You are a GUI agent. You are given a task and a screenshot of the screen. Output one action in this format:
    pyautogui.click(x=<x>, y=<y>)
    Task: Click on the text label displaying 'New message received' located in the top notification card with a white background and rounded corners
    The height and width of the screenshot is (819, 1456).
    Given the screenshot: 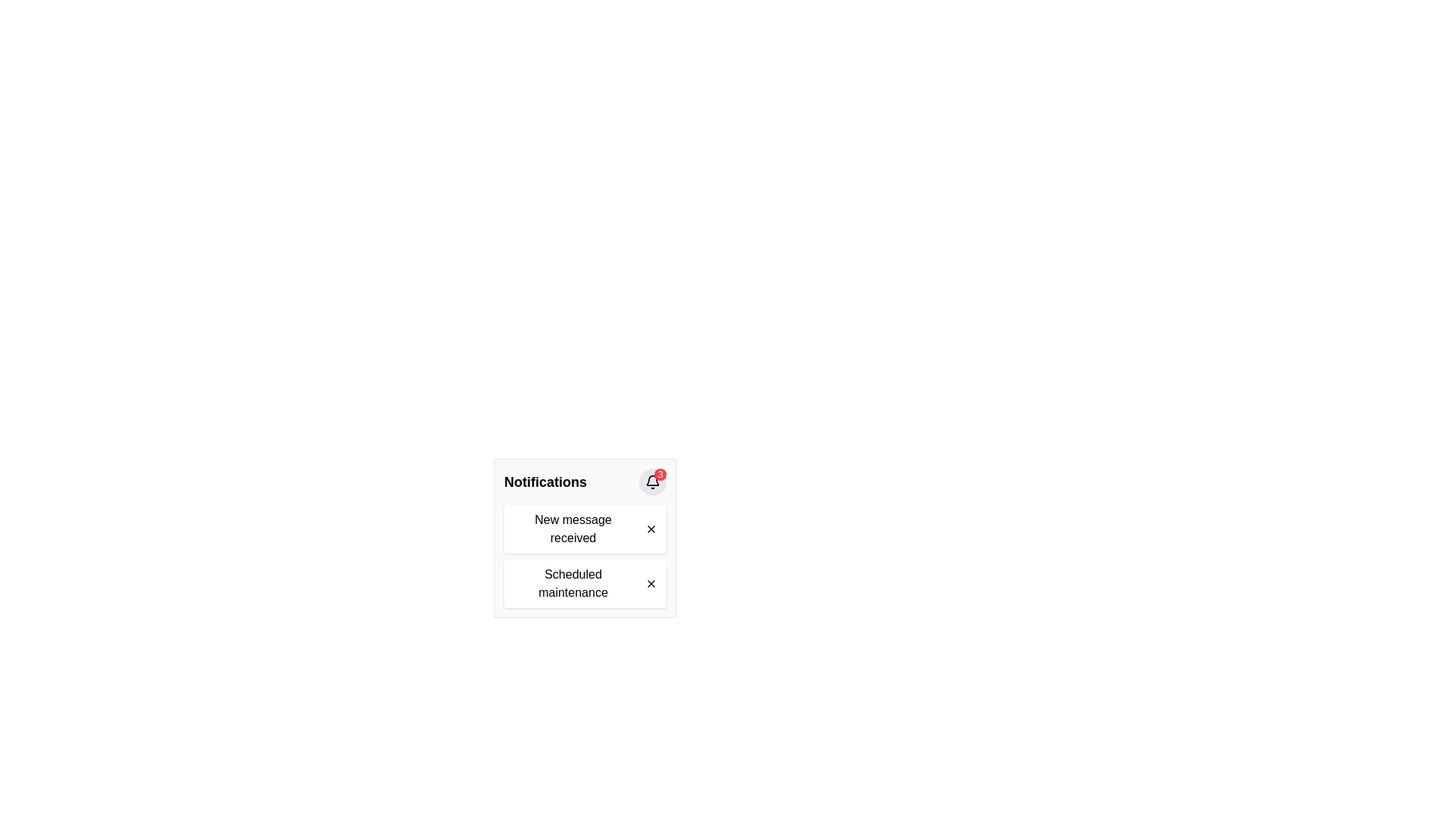 What is the action you would take?
    pyautogui.click(x=572, y=529)
    